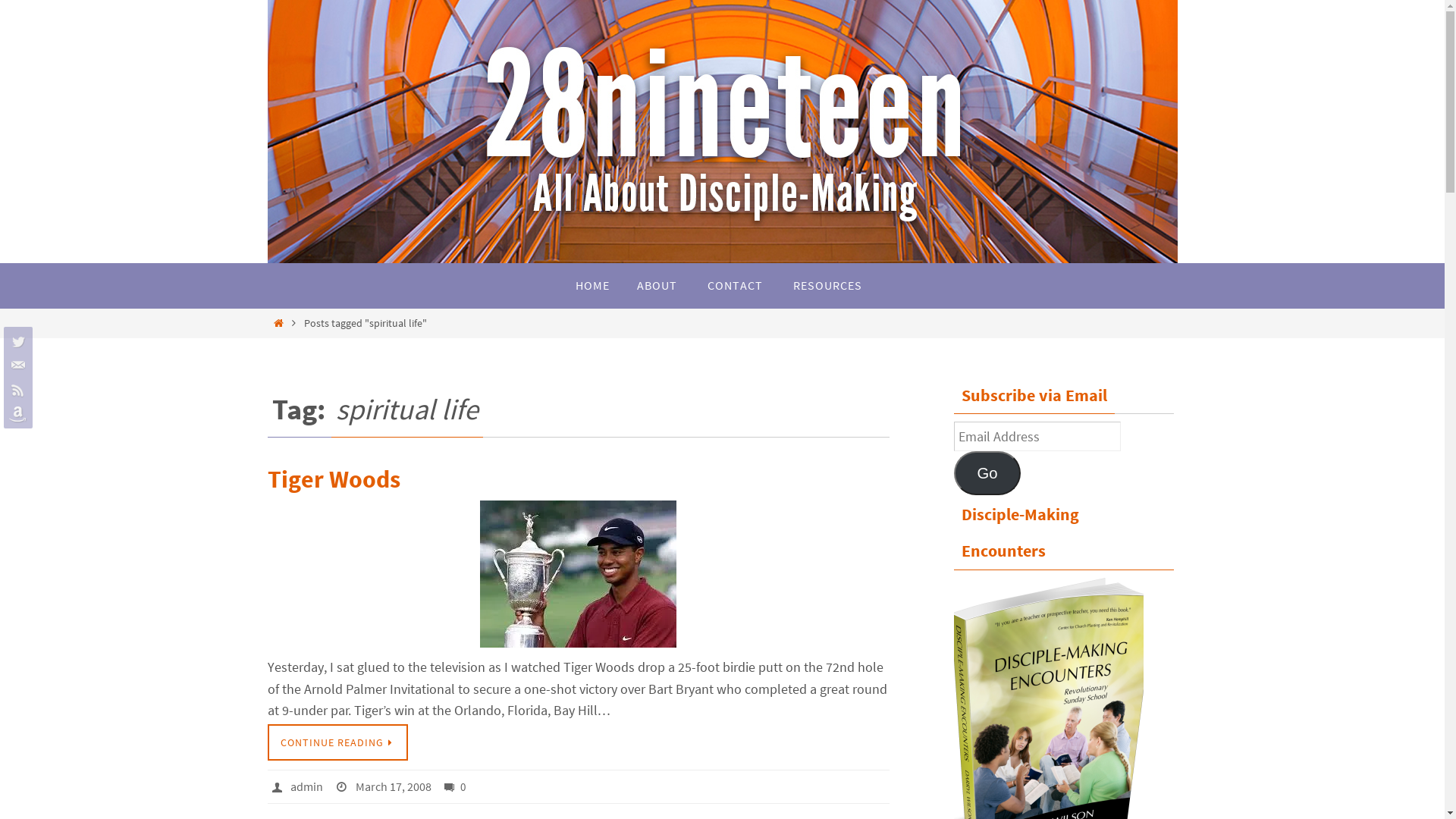 The height and width of the screenshot is (819, 1456). What do you see at coordinates (734, 286) in the screenshot?
I see `'CONTACT'` at bounding box center [734, 286].